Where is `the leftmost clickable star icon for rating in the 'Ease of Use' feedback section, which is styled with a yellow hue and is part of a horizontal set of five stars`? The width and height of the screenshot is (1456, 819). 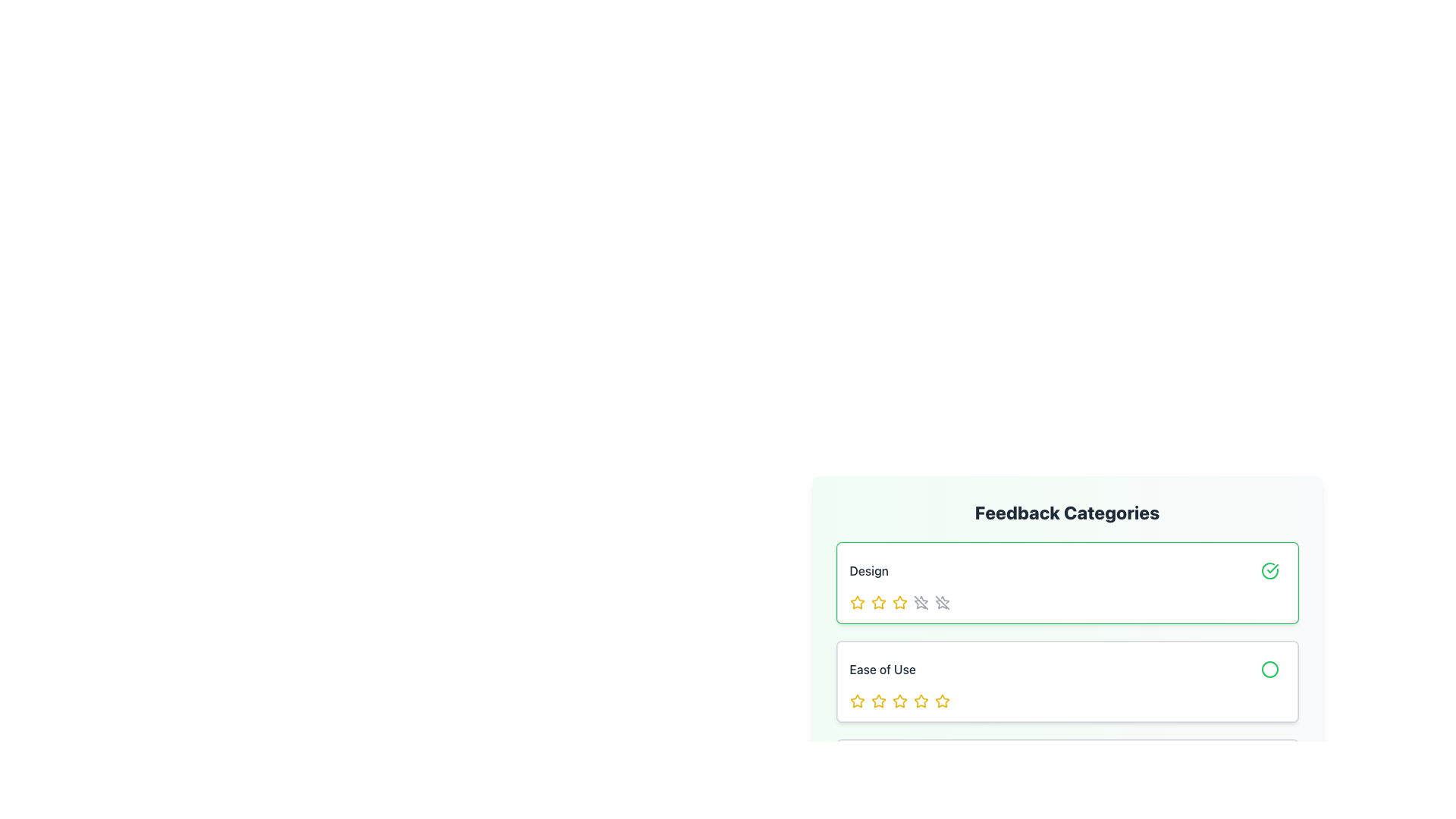
the leftmost clickable star icon for rating in the 'Ease of Use' feedback section, which is styled with a yellow hue and is part of a horizontal set of five stars is located at coordinates (857, 701).